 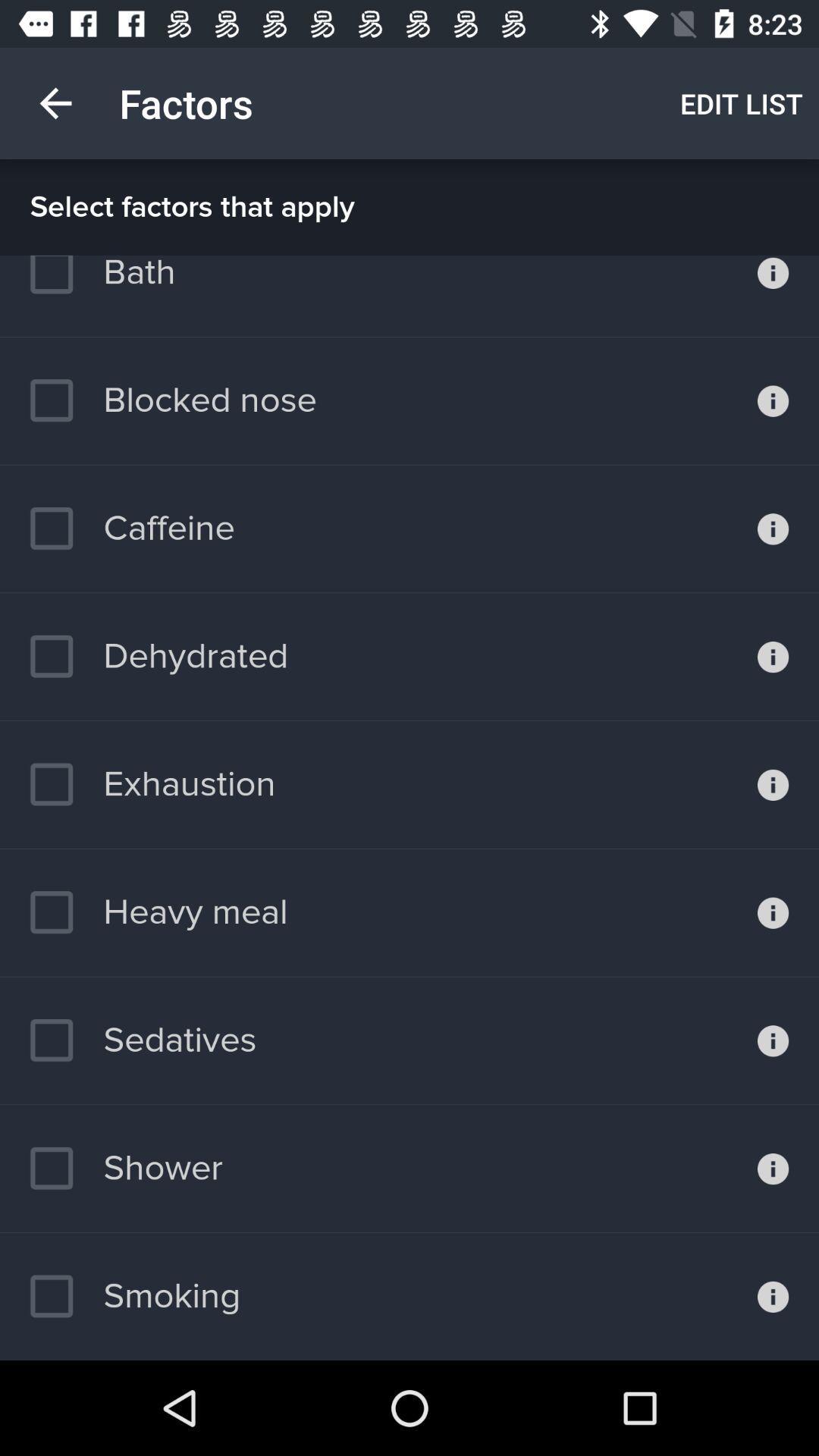 What do you see at coordinates (773, 400) in the screenshot?
I see `information` at bounding box center [773, 400].